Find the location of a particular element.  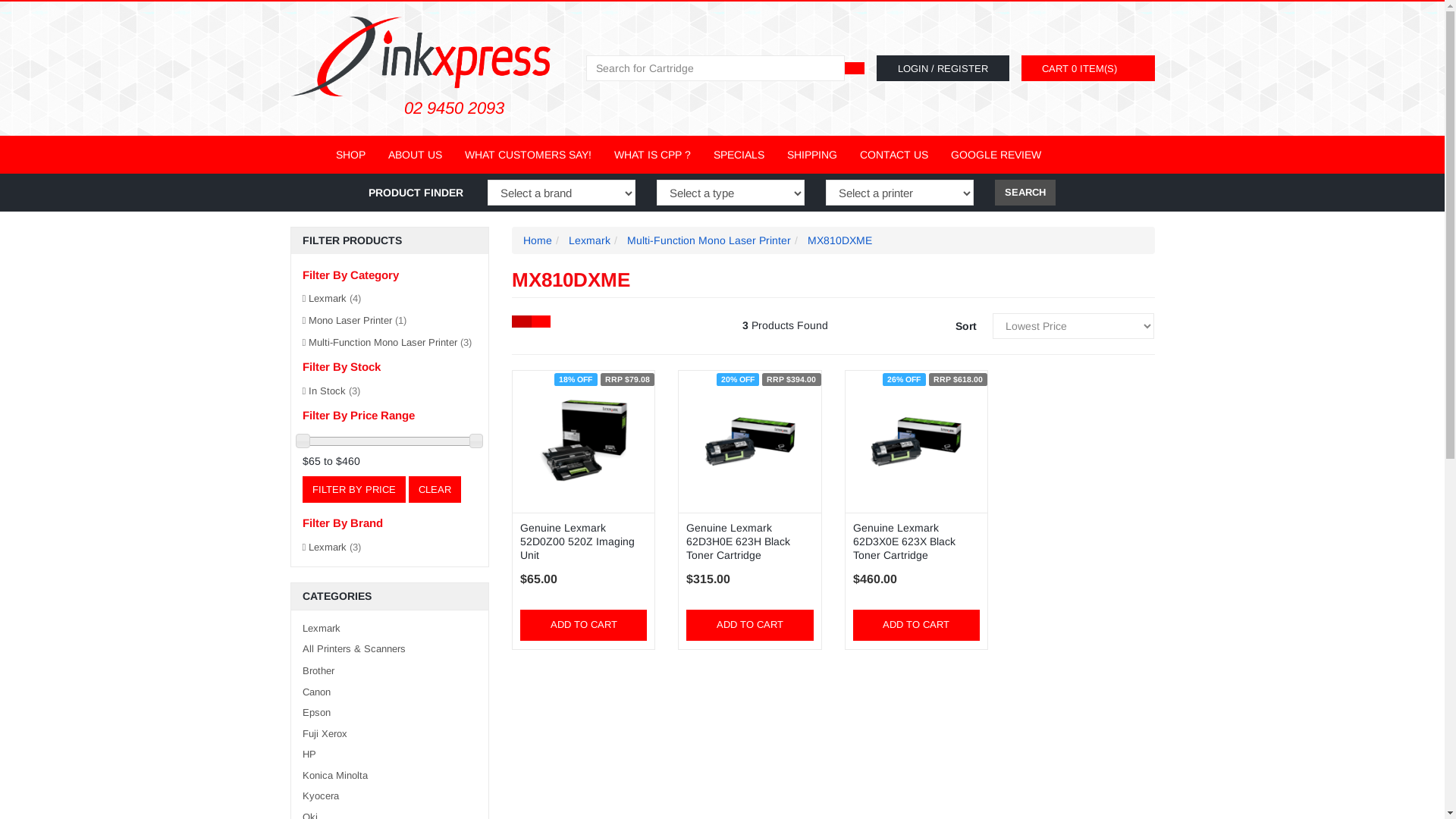

'Lexmark (3)' is located at coordinates (390, 548).